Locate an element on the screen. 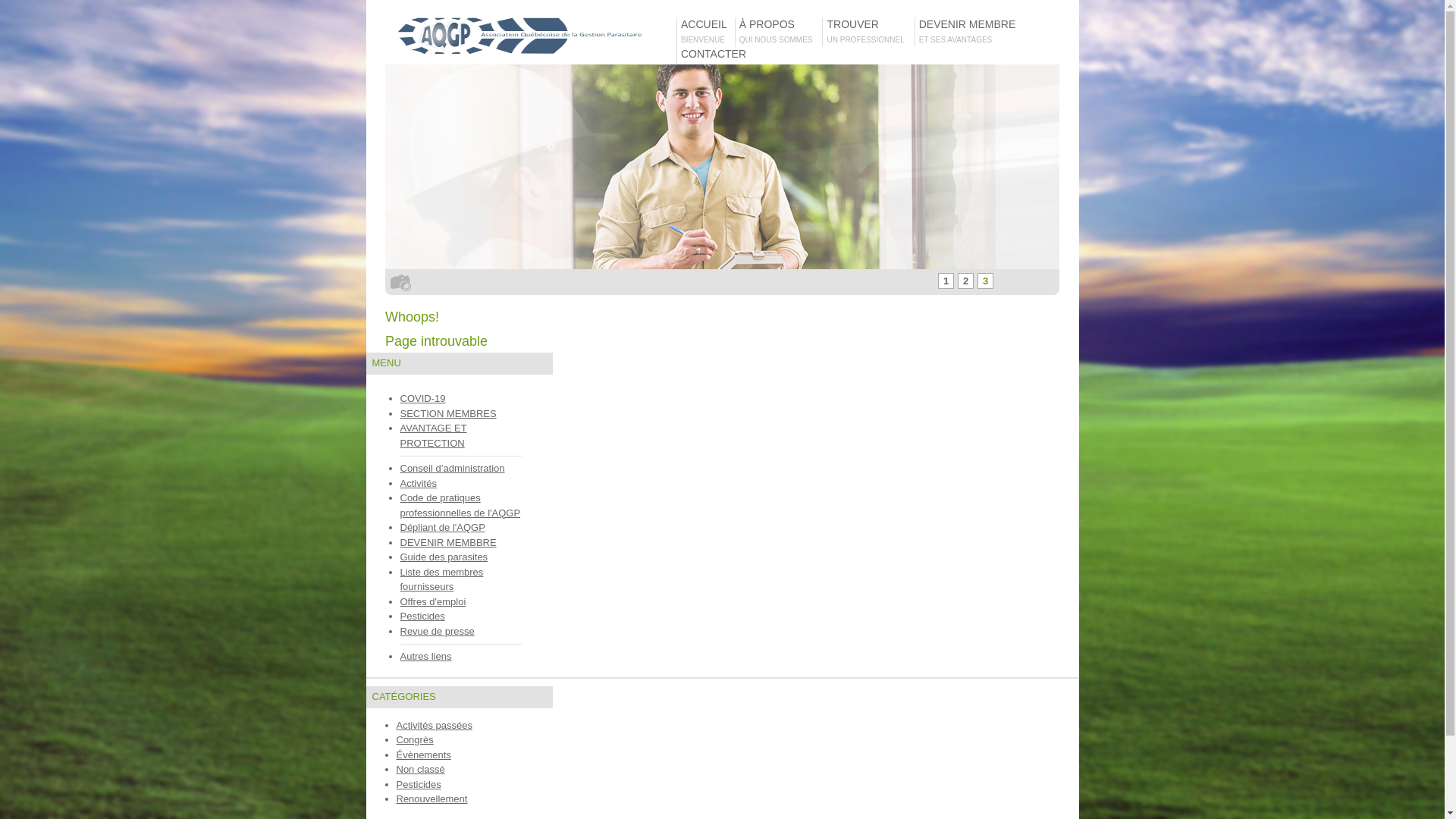 The image size is (1456, 819). 'Code de pratiques professionnelles de l'AQGP' is located at coordinates (460, 505).